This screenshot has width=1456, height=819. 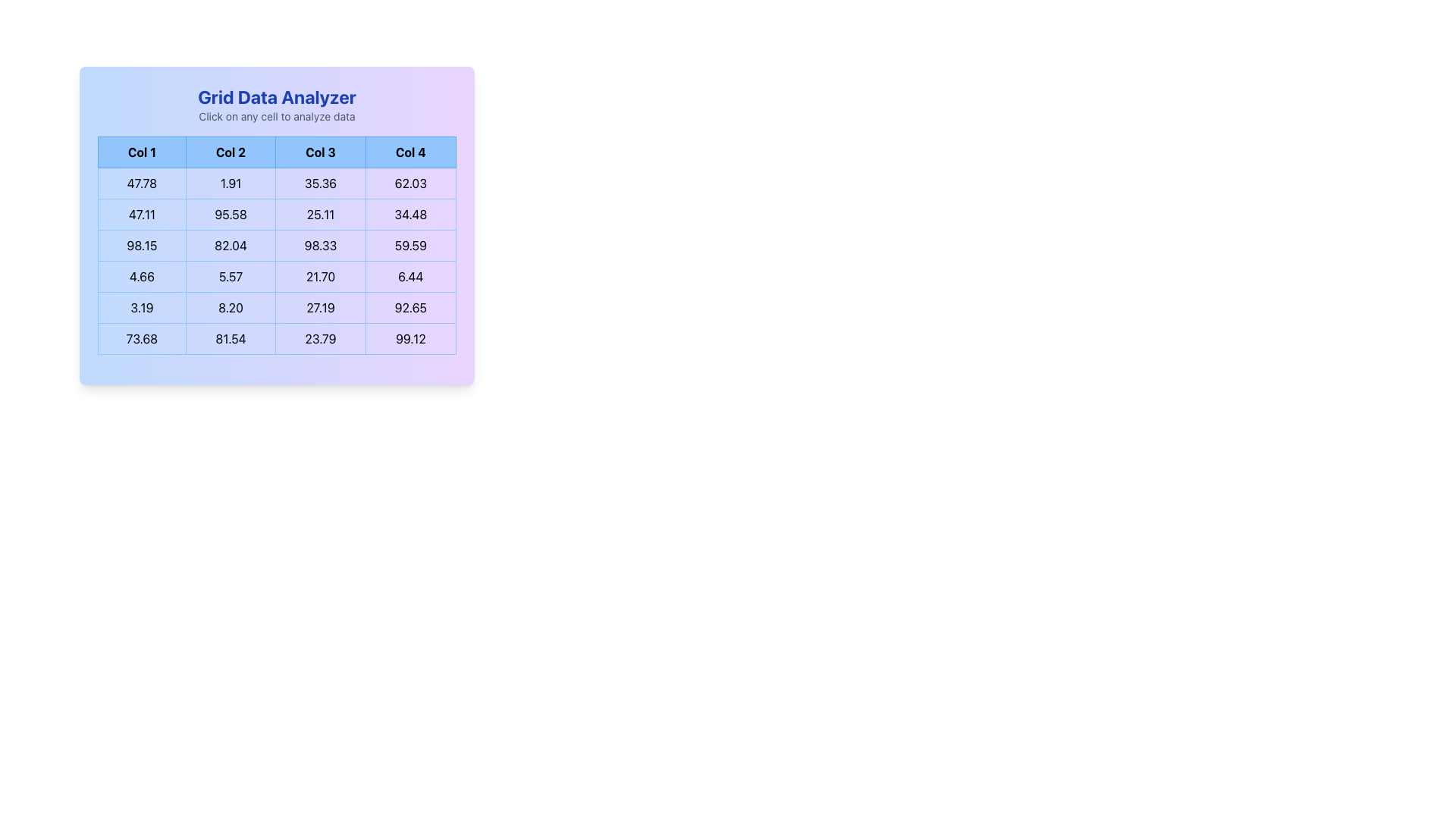 What do you see at coordinates (277, 245) in the screenshot?
I see `numerical values from the third row of the grid, which displays values '98.15', '82.04', '98.33', and '59.59', all enclosed in bordered cells with a light blue background` at bounding box center [277, 245].